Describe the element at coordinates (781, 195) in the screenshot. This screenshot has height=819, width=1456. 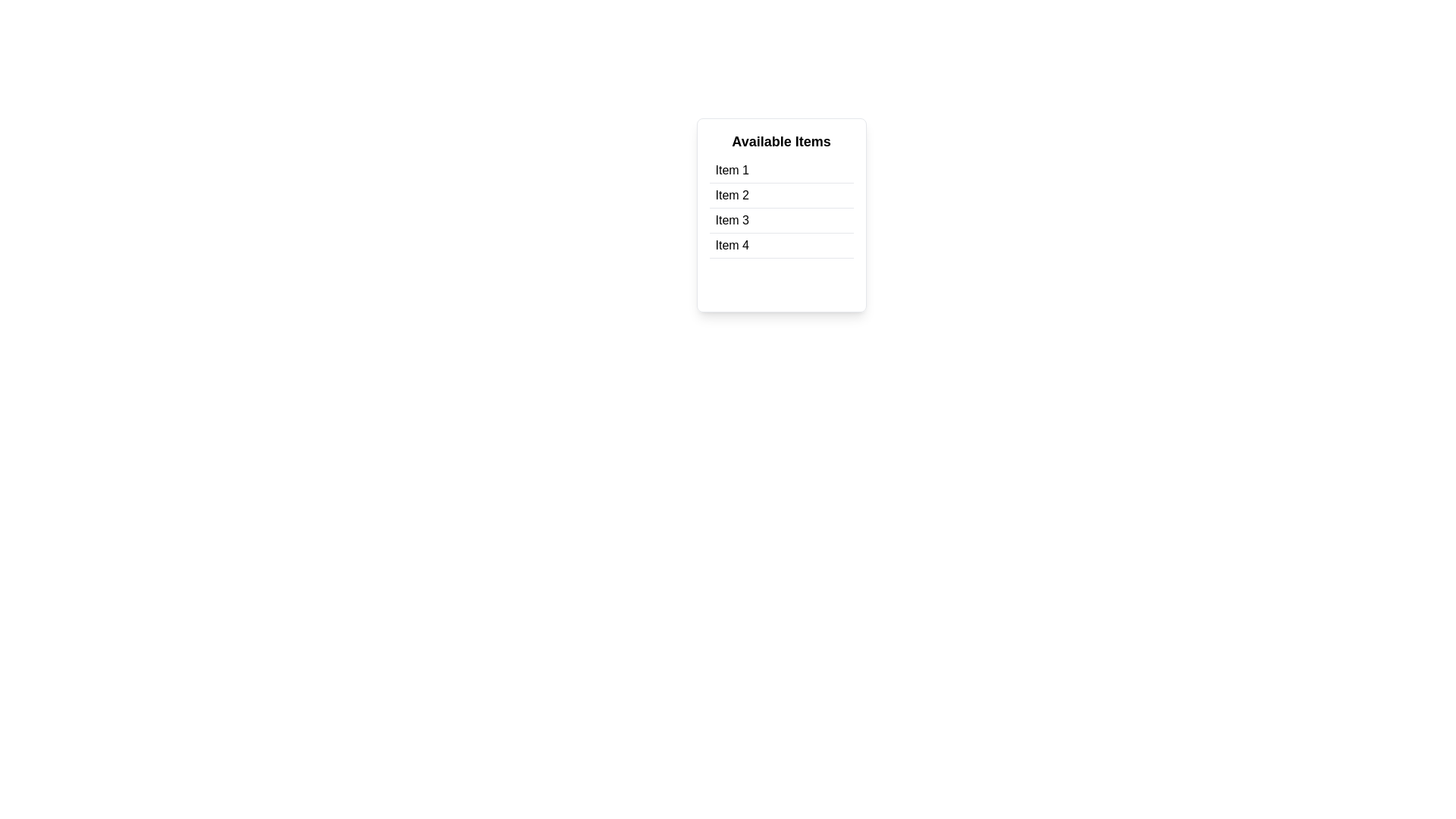
I see `the list item labeled 'Item 2', which is the second item in the vertical list under 'Available Items'` at that location.